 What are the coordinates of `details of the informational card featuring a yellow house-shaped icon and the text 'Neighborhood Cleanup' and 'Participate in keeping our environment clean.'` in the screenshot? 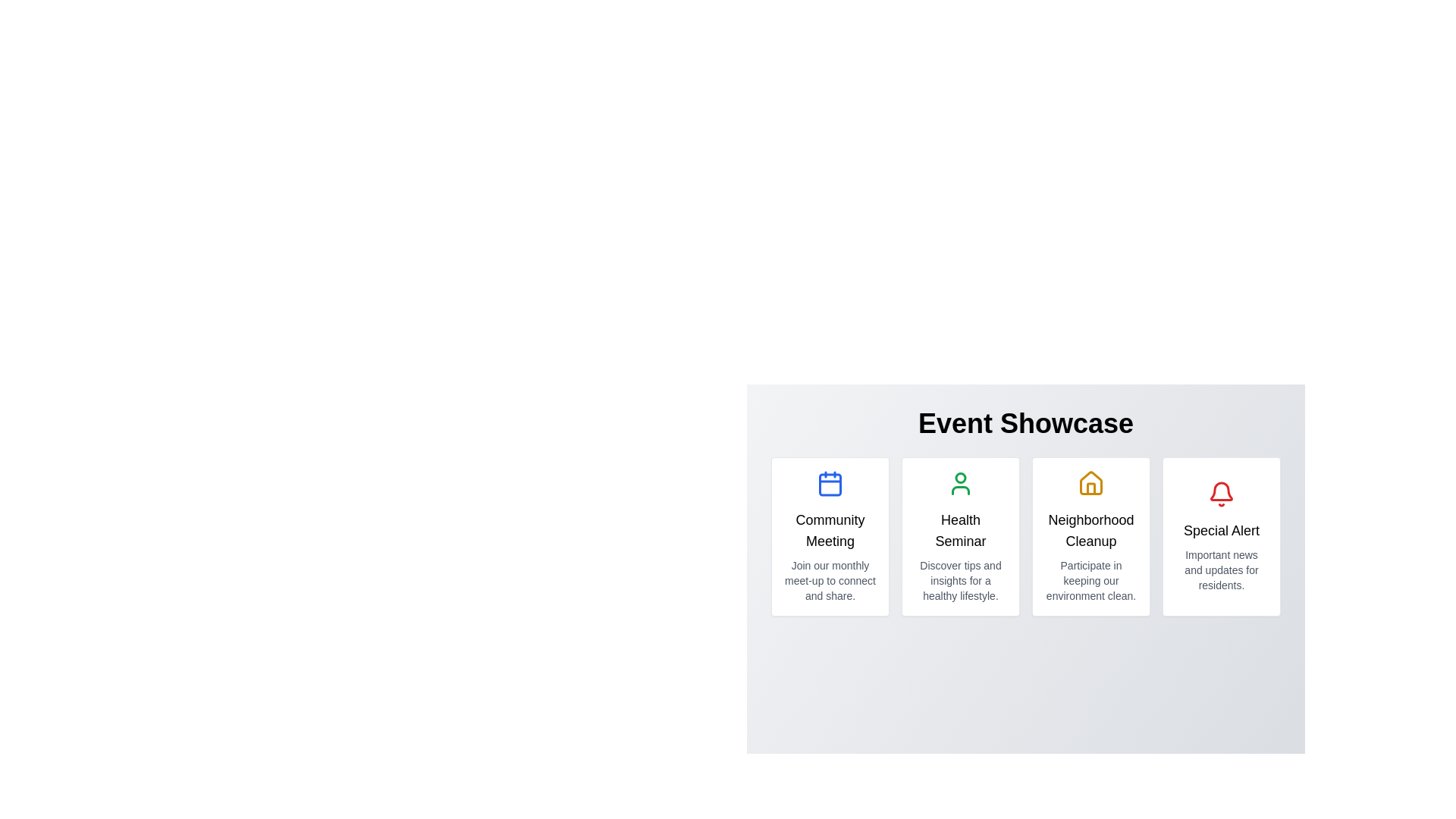 It's located at (1090, 536).